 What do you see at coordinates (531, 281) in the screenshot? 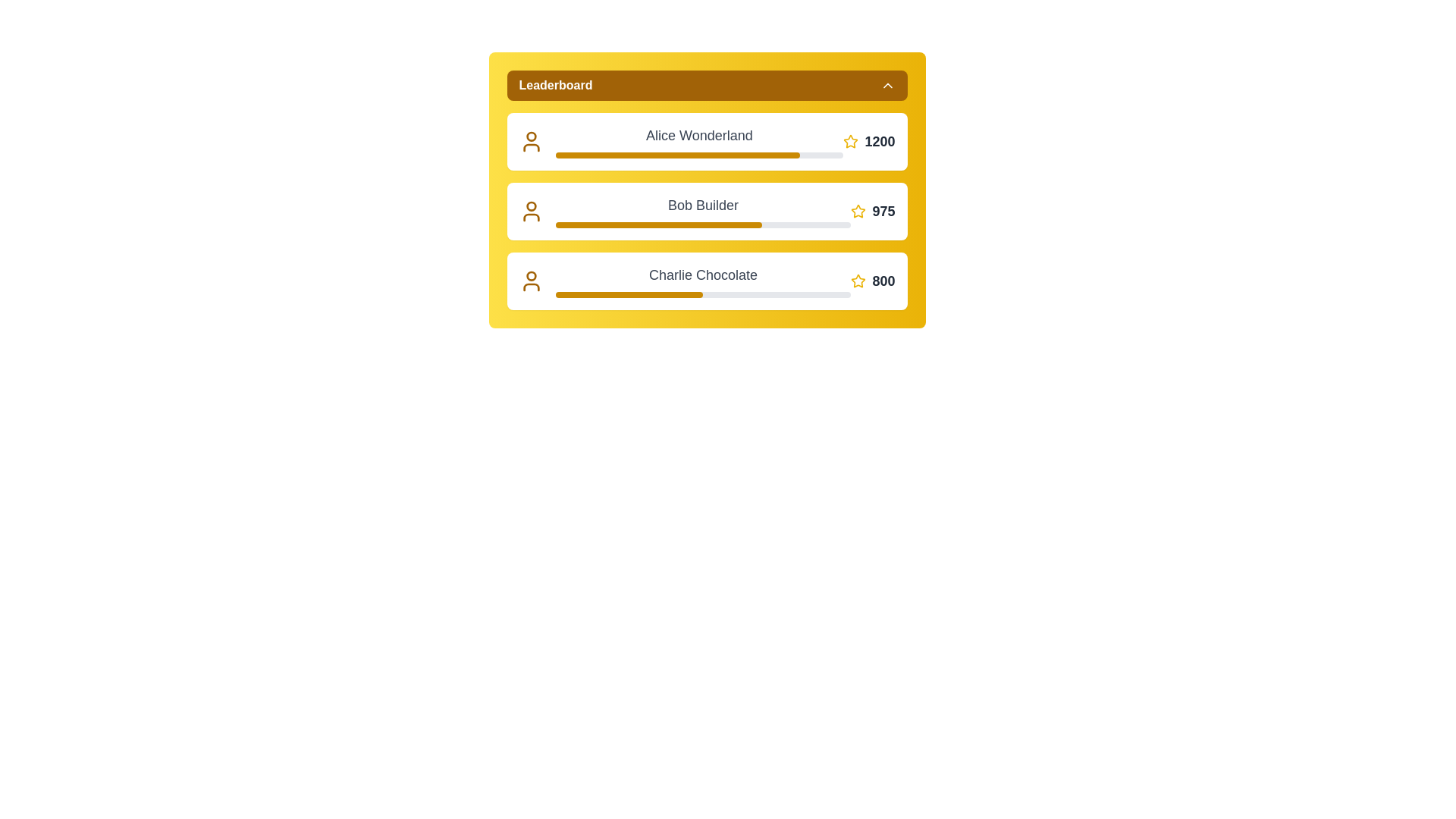
I see `the user profile icon, which is a yellowish avatar outline located in the third row of the leaderboard, just before 'Charlie Chocolate'` at bounding box center [531, 281].